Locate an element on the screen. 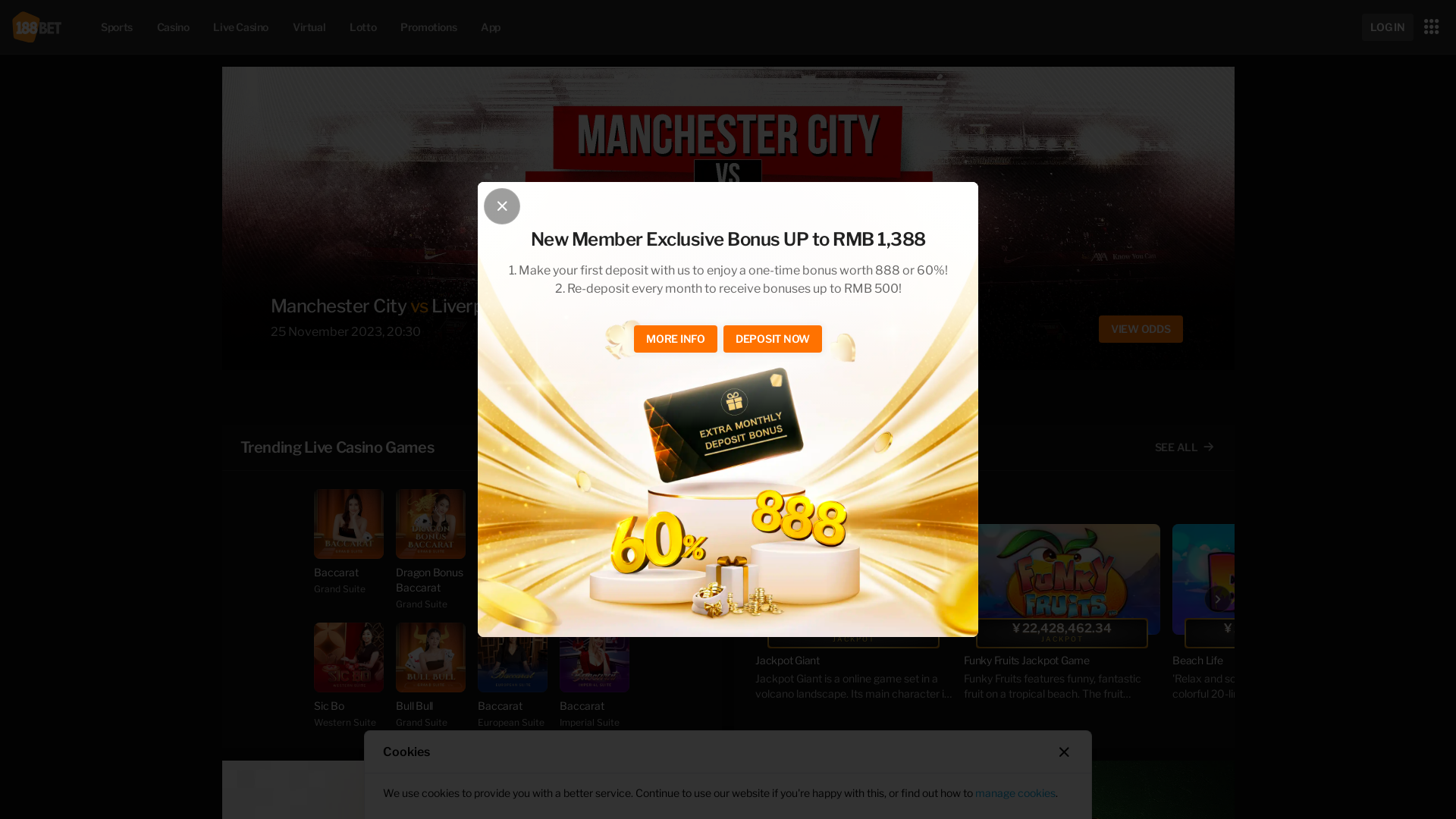 This screenshot has width=1456, height=819. 'App' is located at coordinates (468, 26).